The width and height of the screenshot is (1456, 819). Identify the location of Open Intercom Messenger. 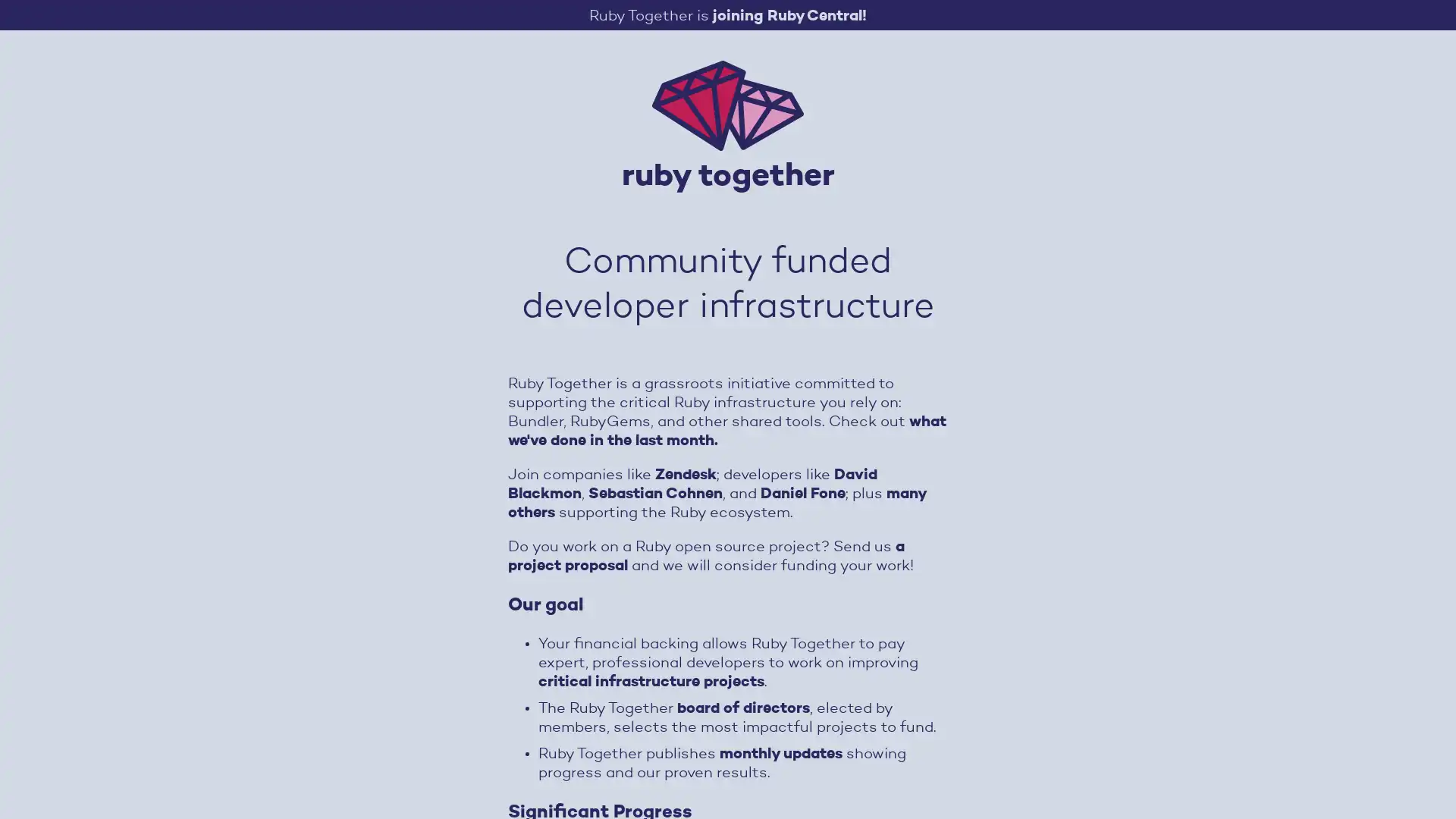
(1417, 780).